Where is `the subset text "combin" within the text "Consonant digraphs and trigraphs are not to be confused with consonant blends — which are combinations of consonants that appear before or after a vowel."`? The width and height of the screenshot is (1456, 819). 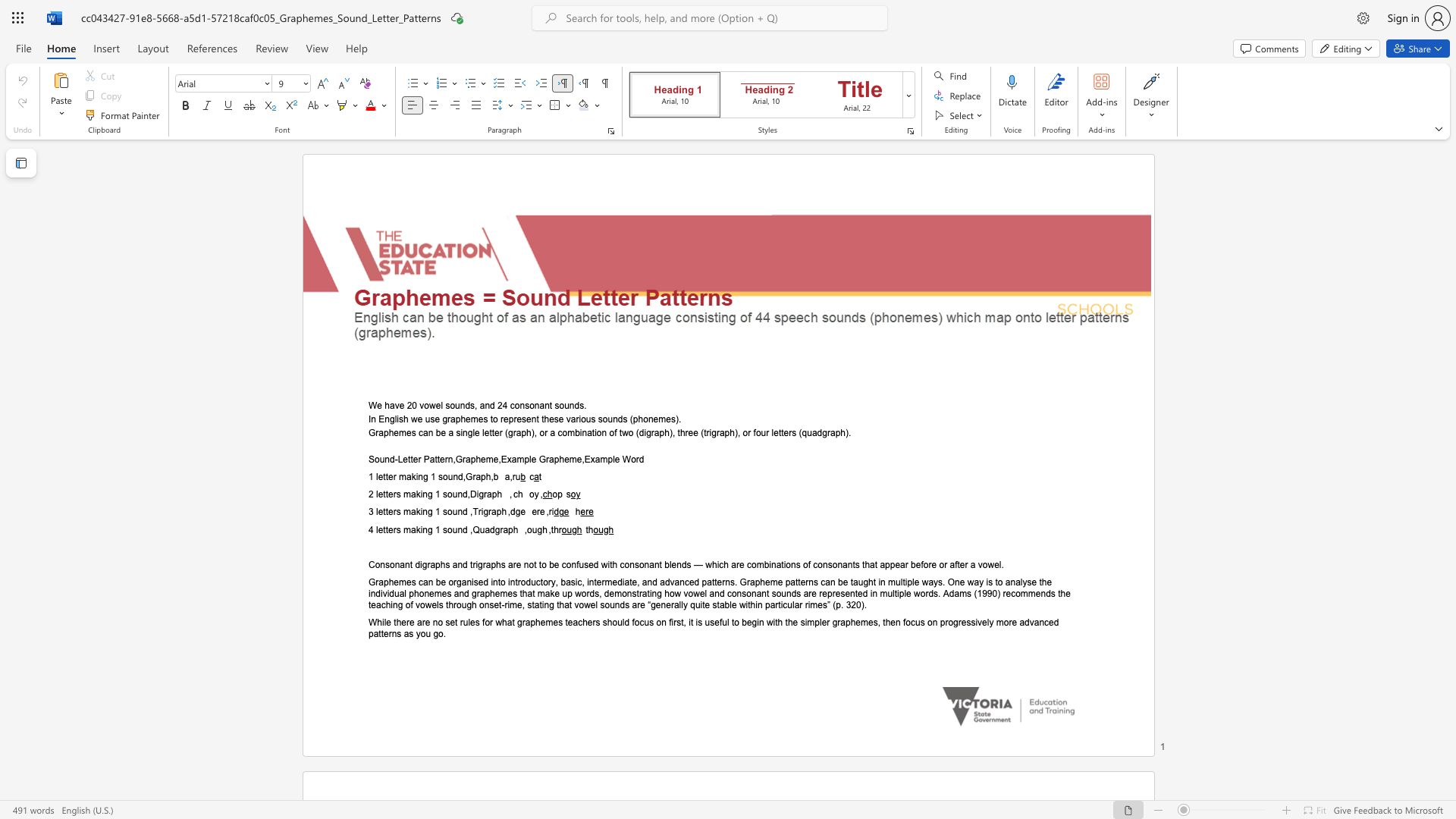 the subset text "combin" within the text "Consonant digraphs and trigraphs are not to be confused with consonant blends — which are combinations of consonants that appear before or after a vowel." is located at coordinates (746, 564).